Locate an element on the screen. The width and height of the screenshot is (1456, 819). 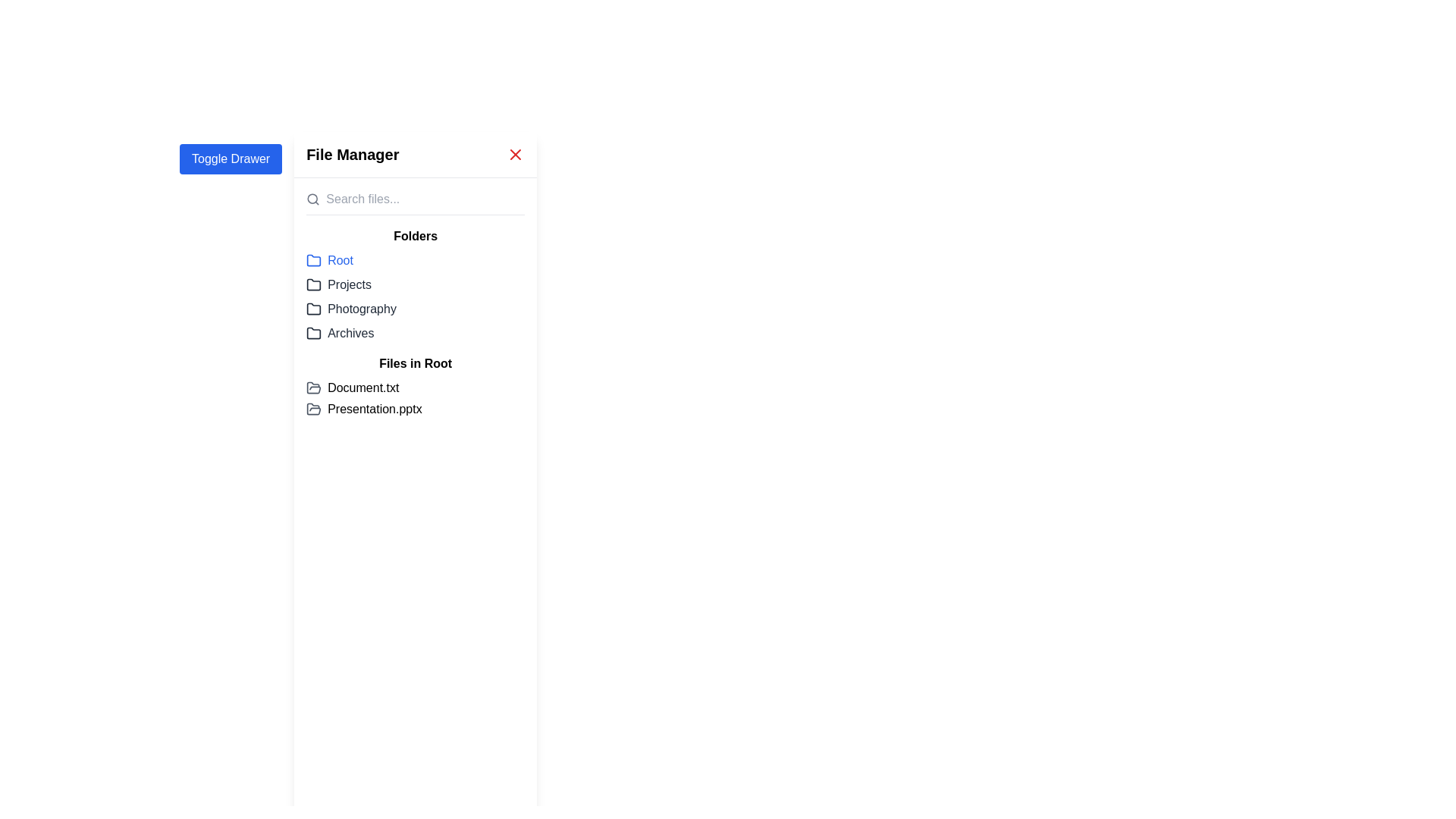
the 'Toggle Drawer' button, which is a rectangular button with rounded corners and a bold blue background is located at coordinates (230, 158).